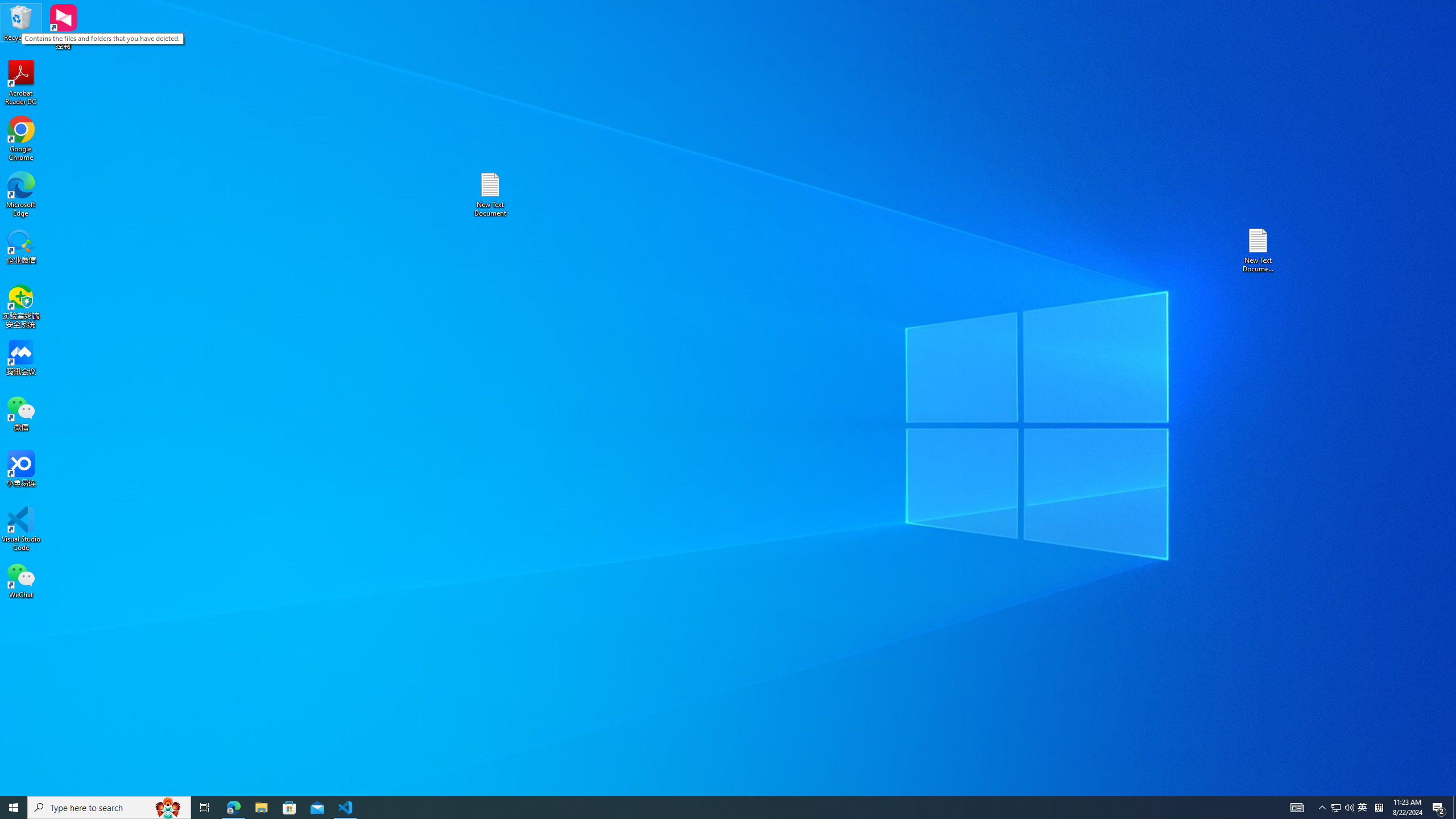  What do you see at coordinates (1296, 806) in the screenshot?
I see `'AutomationID: 4105'` at bounding box center [1296, 806].